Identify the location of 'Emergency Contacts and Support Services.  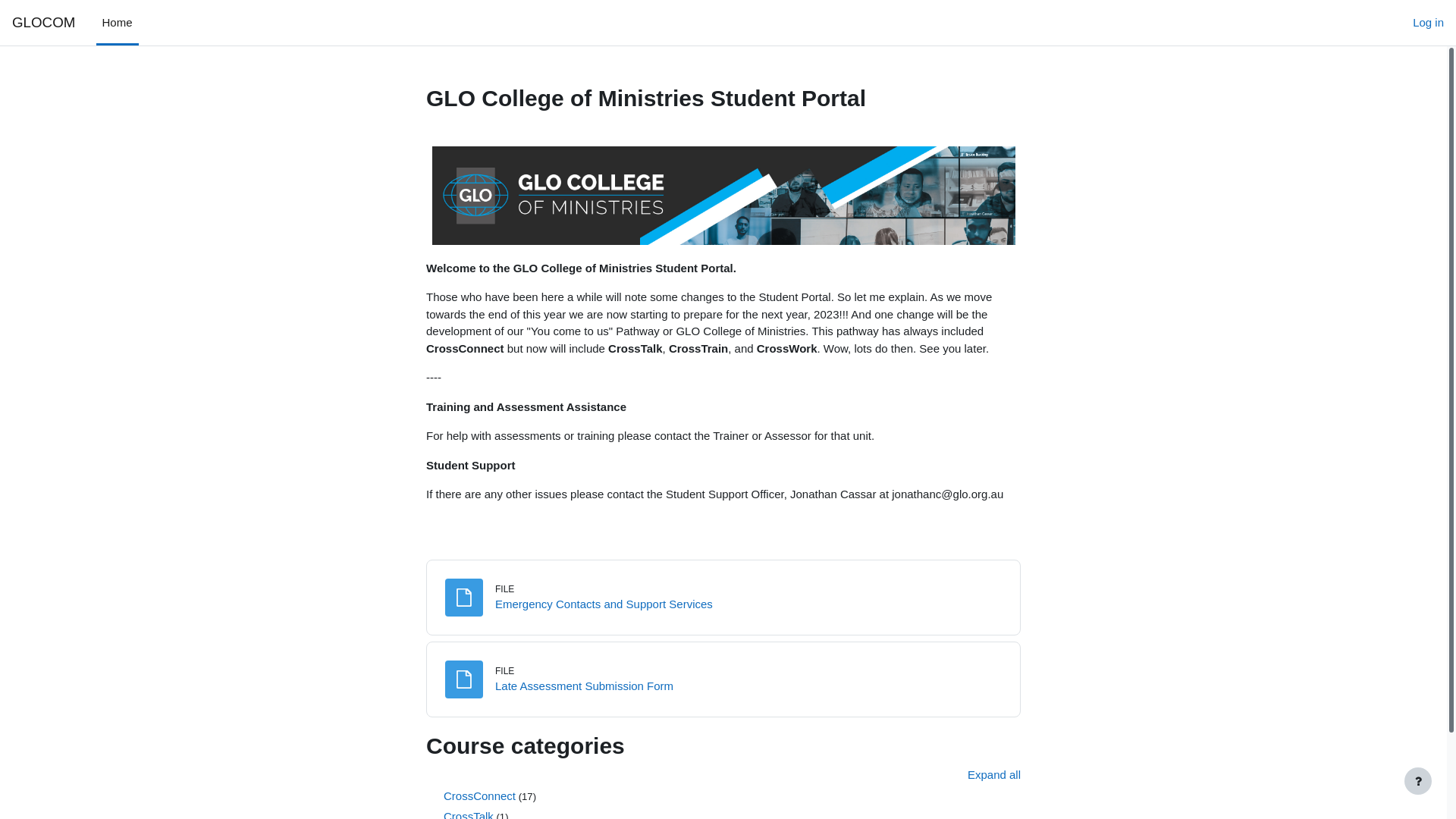
(603, 603).